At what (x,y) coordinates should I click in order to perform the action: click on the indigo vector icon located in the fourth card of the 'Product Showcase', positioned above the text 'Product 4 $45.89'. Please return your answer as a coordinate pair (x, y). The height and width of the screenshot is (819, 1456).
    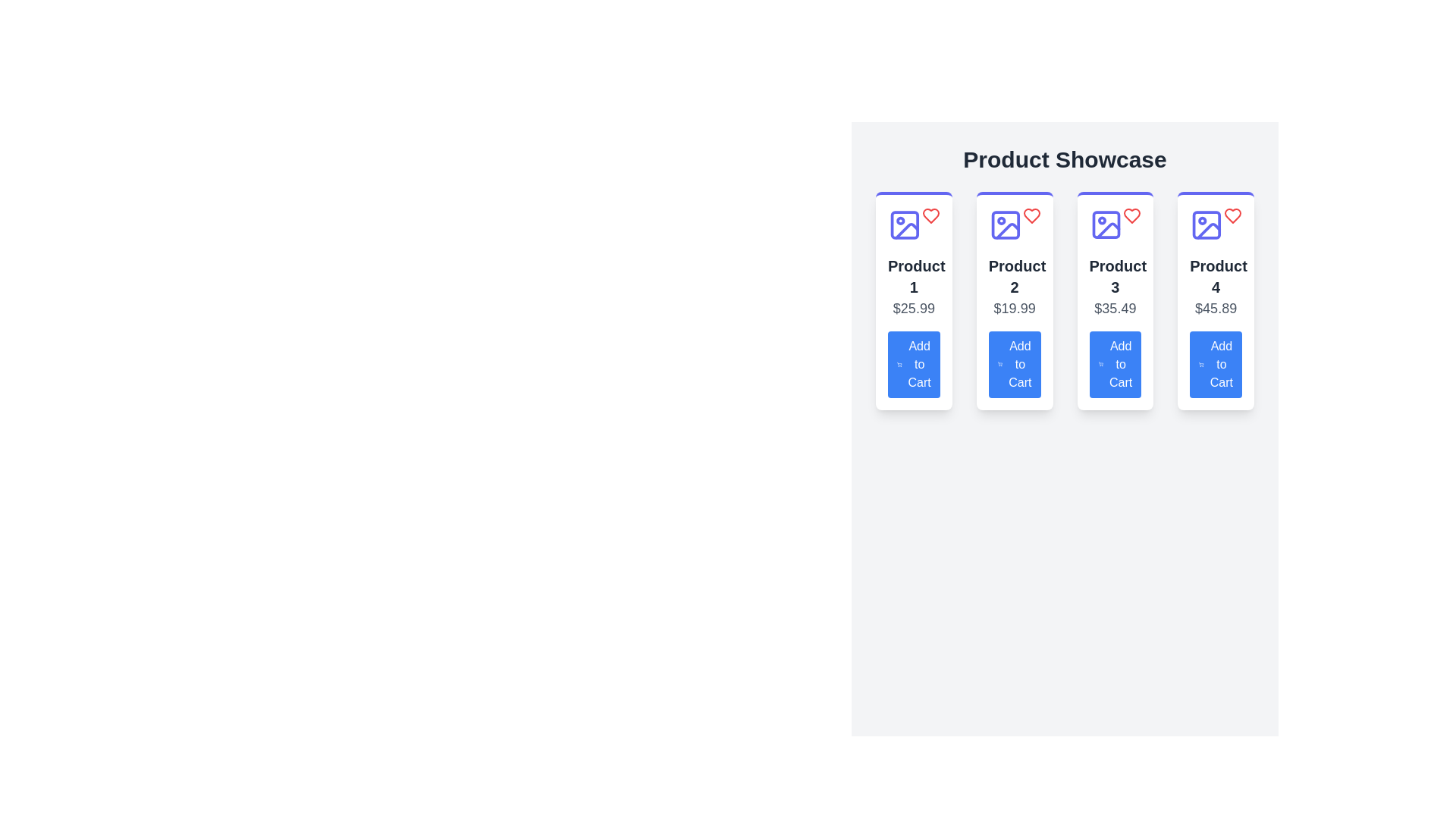
    Looking at the image, I should click on (1206, 225).